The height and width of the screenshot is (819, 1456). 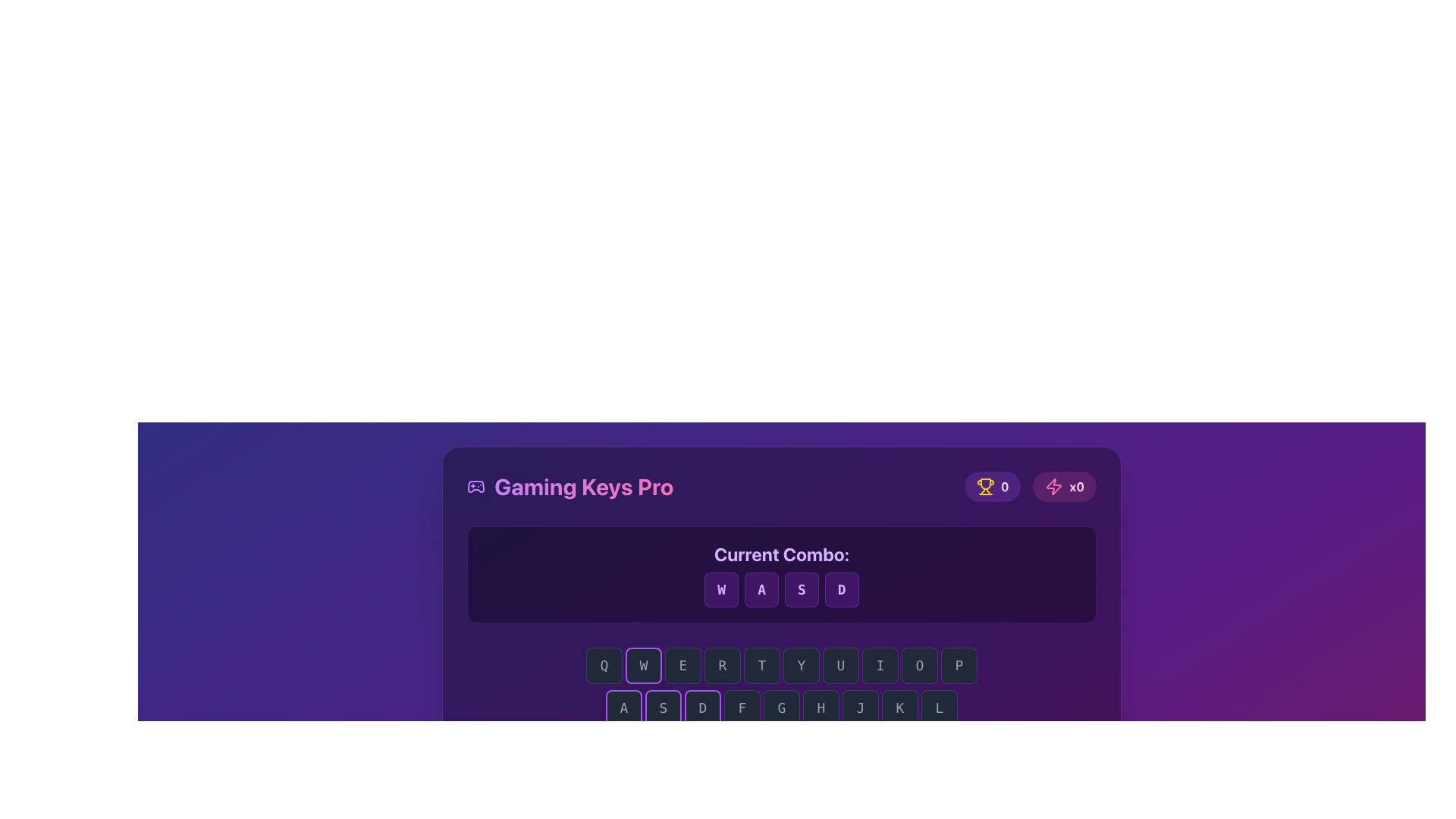 I want to click on the square button with a dark gray background, purple border, and the letter 'D' in light gray font, positioned between buttons 'A', 'S' and 'F', so click(x=701, y=708).